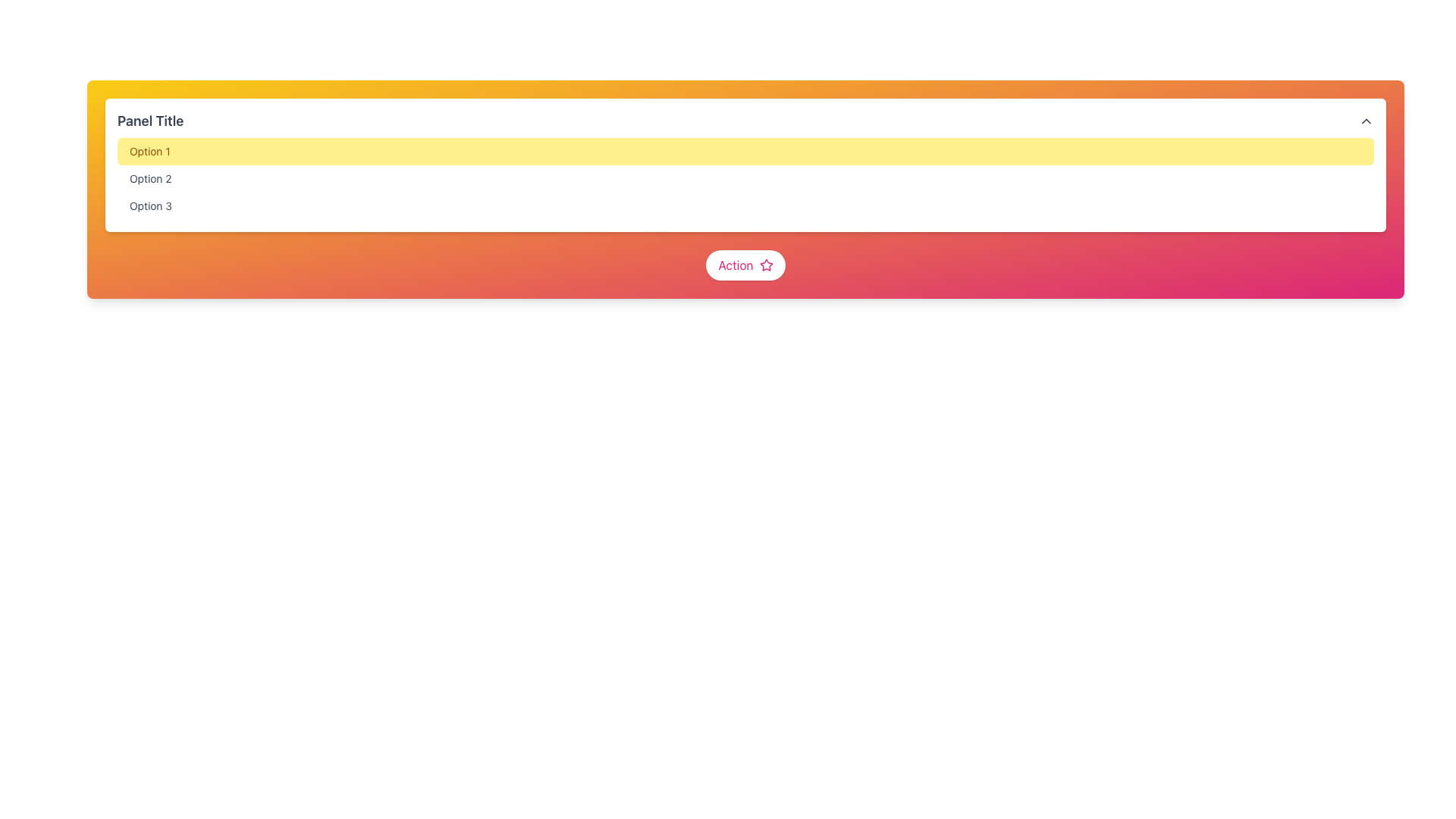 The height and width of the screenshot is (819, 1456). Describe the element at coordinates (1366, 120) in the screenshot. I see `the Chevron Icon located at the top-right corner of the collapsible panel titled 'Panel Title'` at that location.